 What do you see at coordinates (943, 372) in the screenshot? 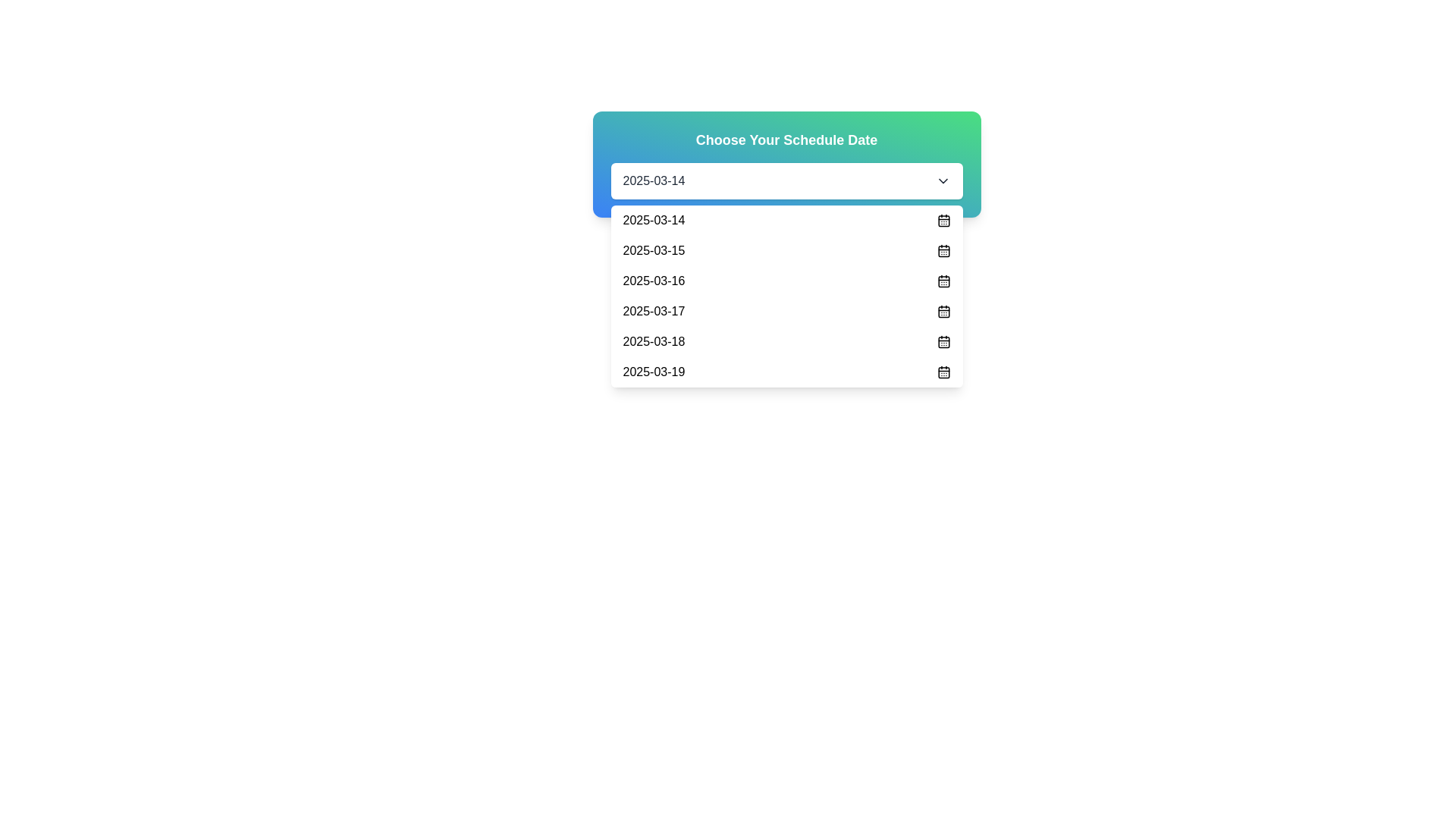
I see `the SVG icon located at the far right end of the dropdown list item corresponding to the date '2025-03-19'` at bounding box center [943, 372].